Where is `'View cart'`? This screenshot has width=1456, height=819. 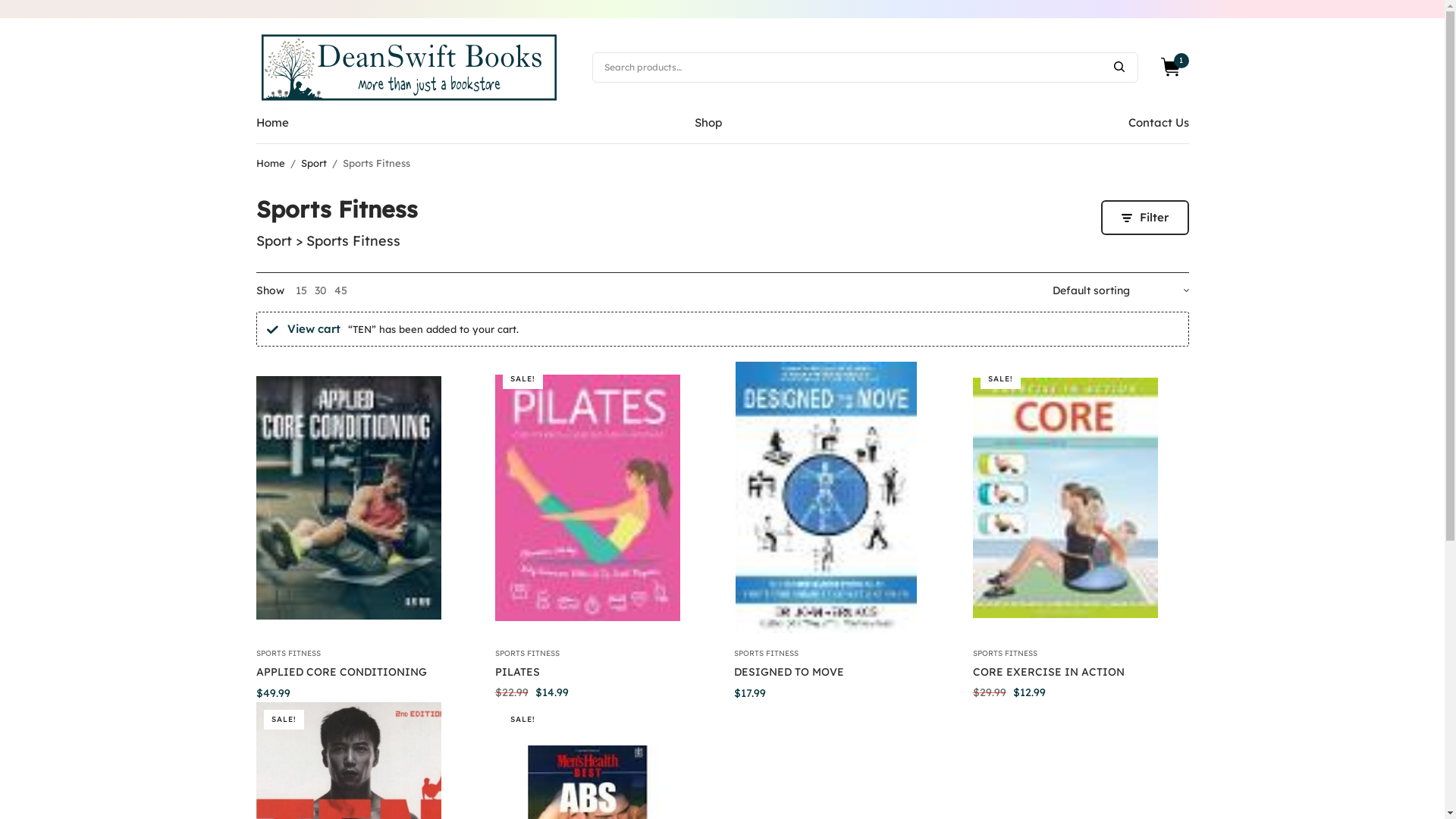
'View cart' is located at coordinates (312, 328).